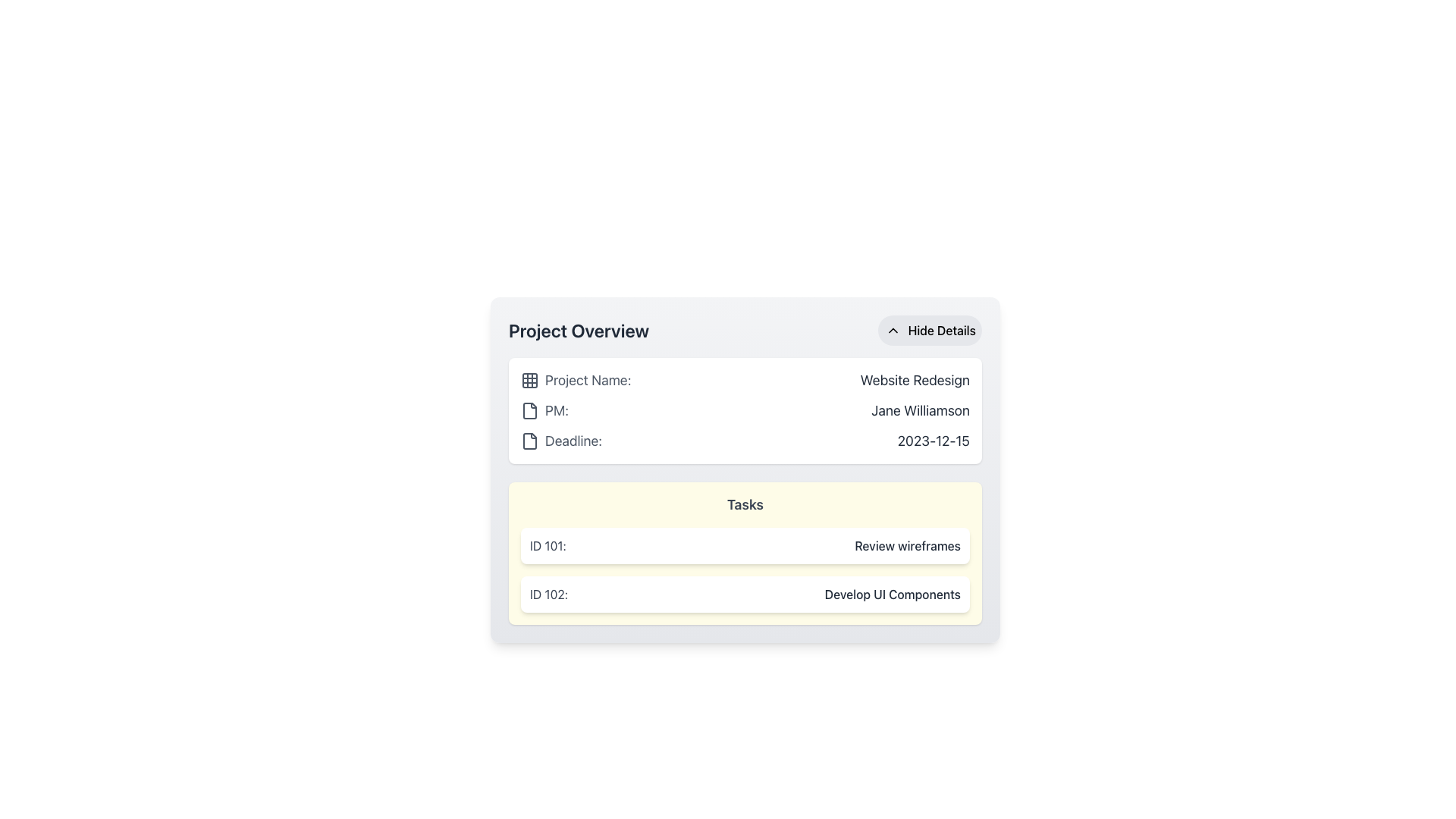 Image resolution: width=1456 pixels, height=819 pixels. What do you see at coordinates (530, 379) in the screenshot?
I see `the central grid cell of the top row in the 3x3 grid icon, which is used for categorization or selection` at bounding box center [530, 379].